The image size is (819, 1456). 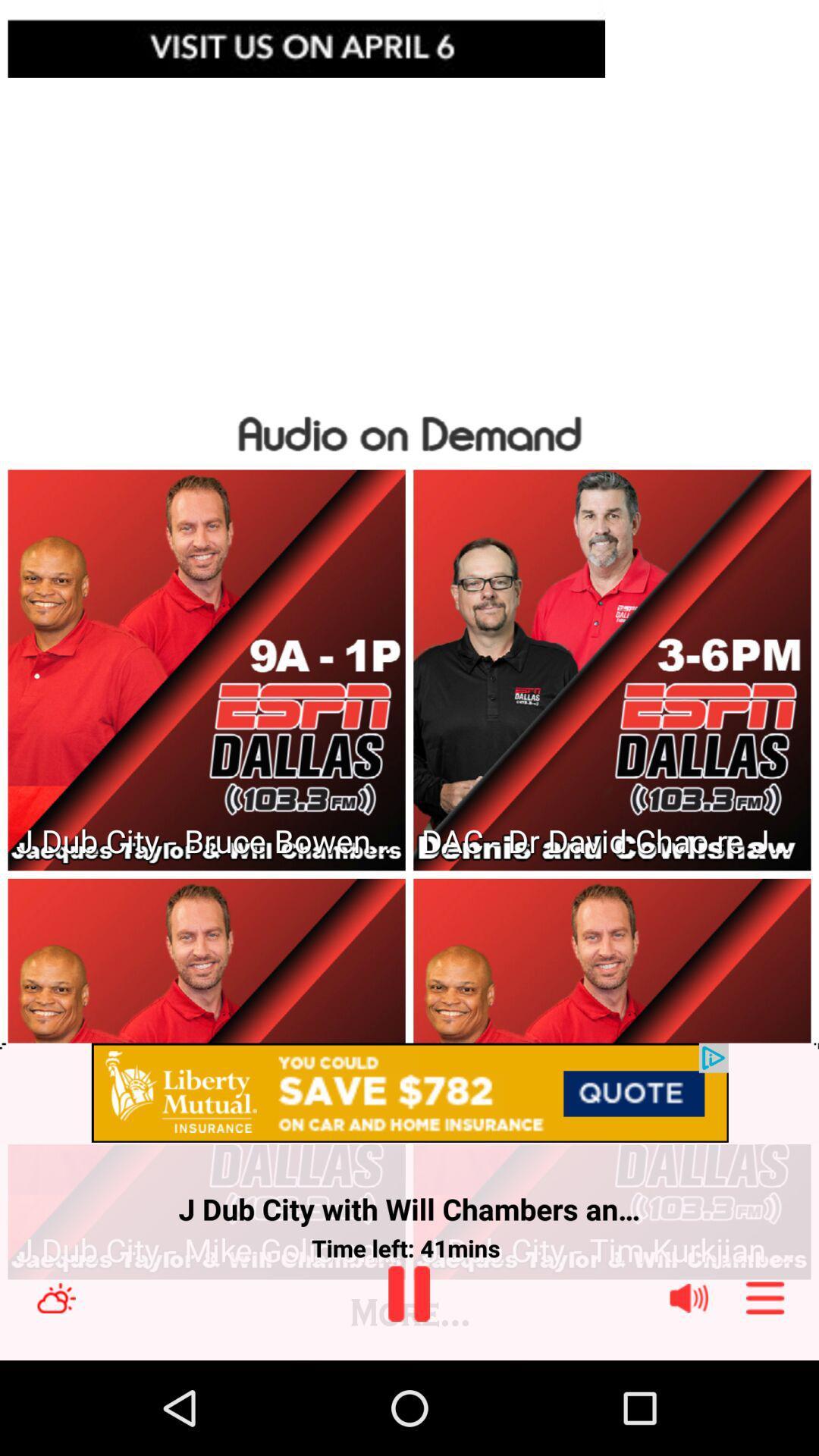 What do you see at coordinates (55, 1389) in the screenshot?
I see `the weather icon` at bounding box center [55, 1389].